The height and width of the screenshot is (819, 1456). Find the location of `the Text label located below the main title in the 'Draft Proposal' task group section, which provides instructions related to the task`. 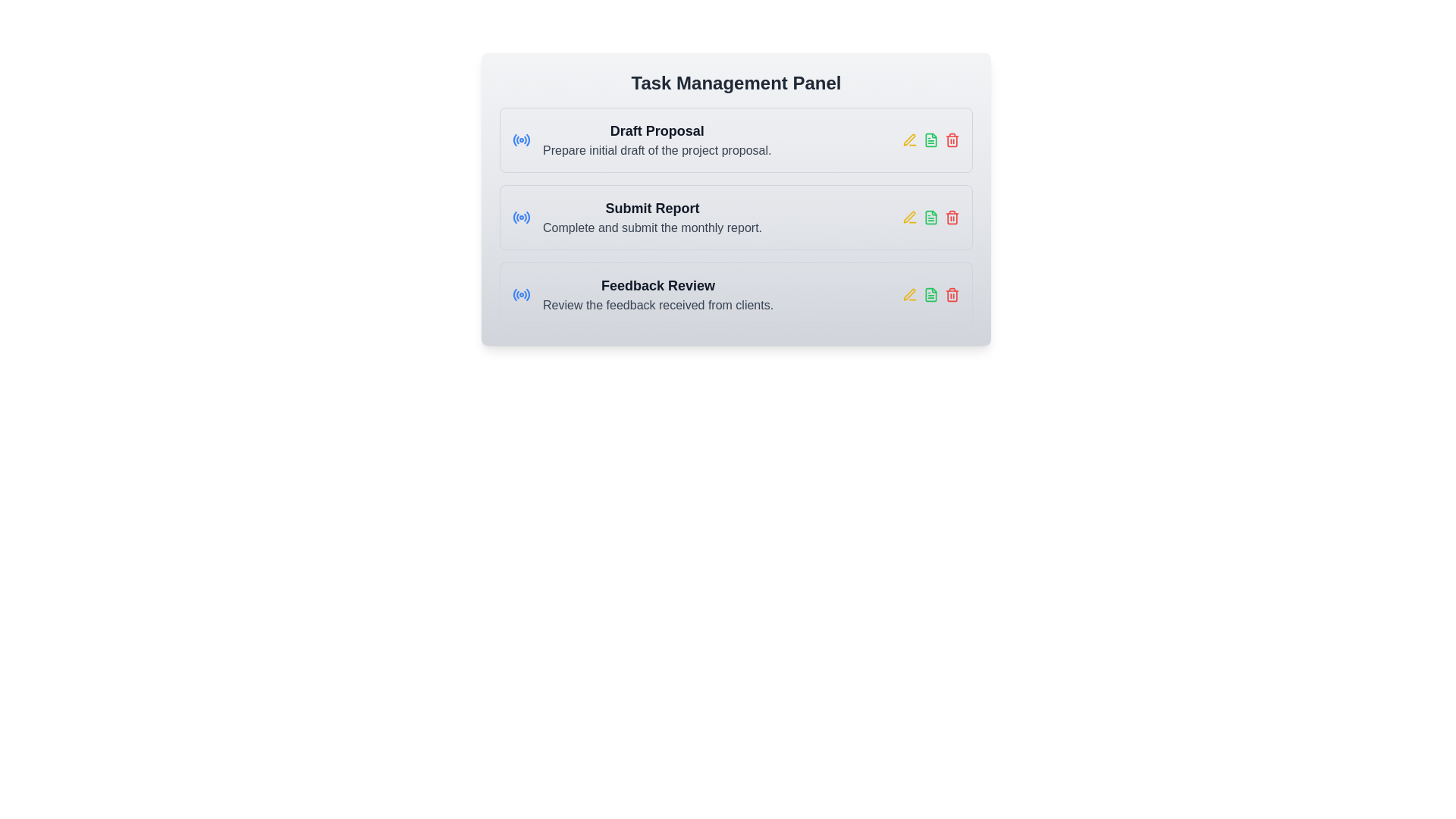

the Text label located below the main title in the 'Draft Proposal' task group section, which provides instructions related to the task is located at coordinates (657, 151).